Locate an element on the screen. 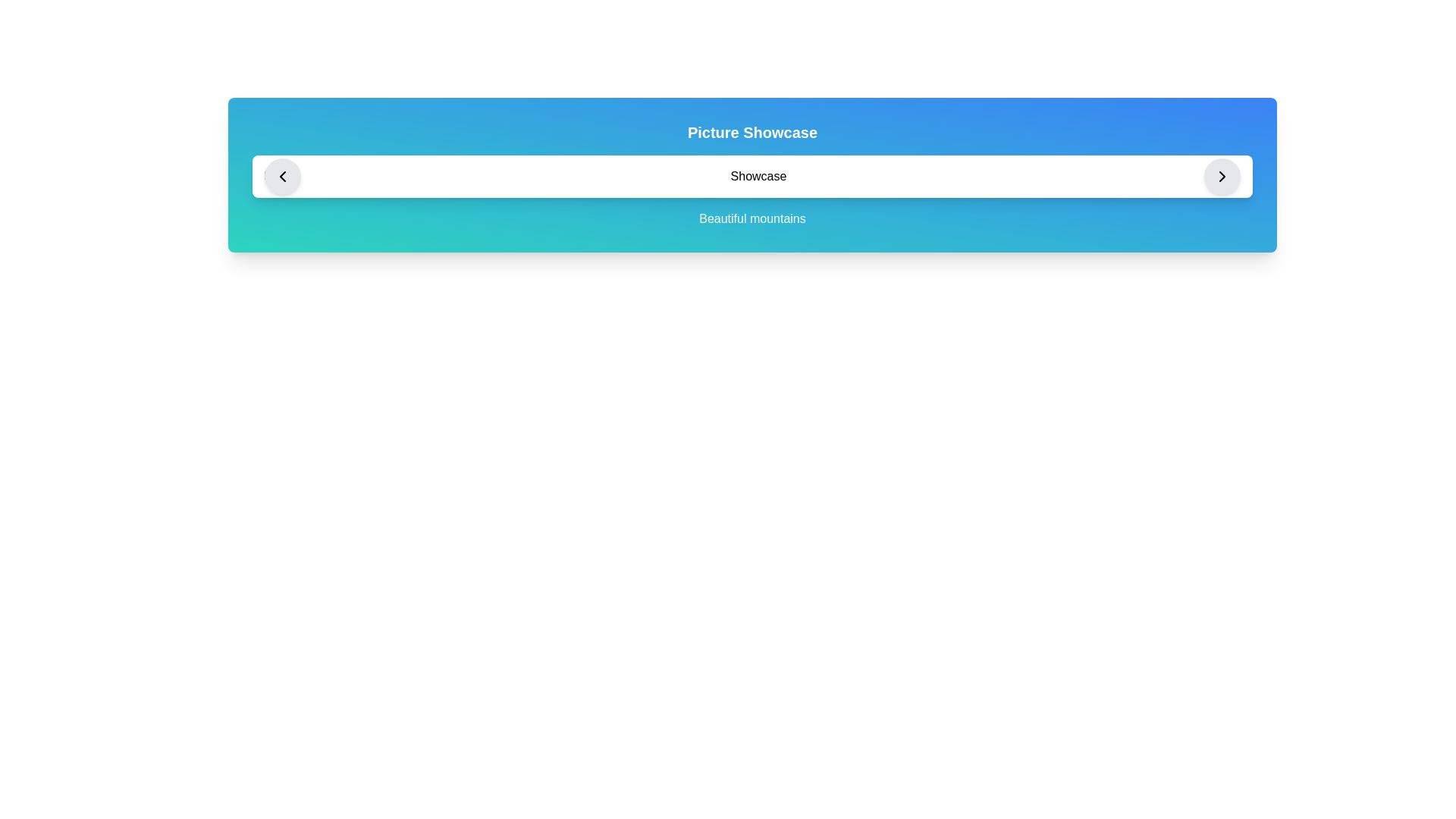  the centrally located image element that showcases visual content in the image carousel, positioned between navigation buttons is located at coordinates (752, 175).